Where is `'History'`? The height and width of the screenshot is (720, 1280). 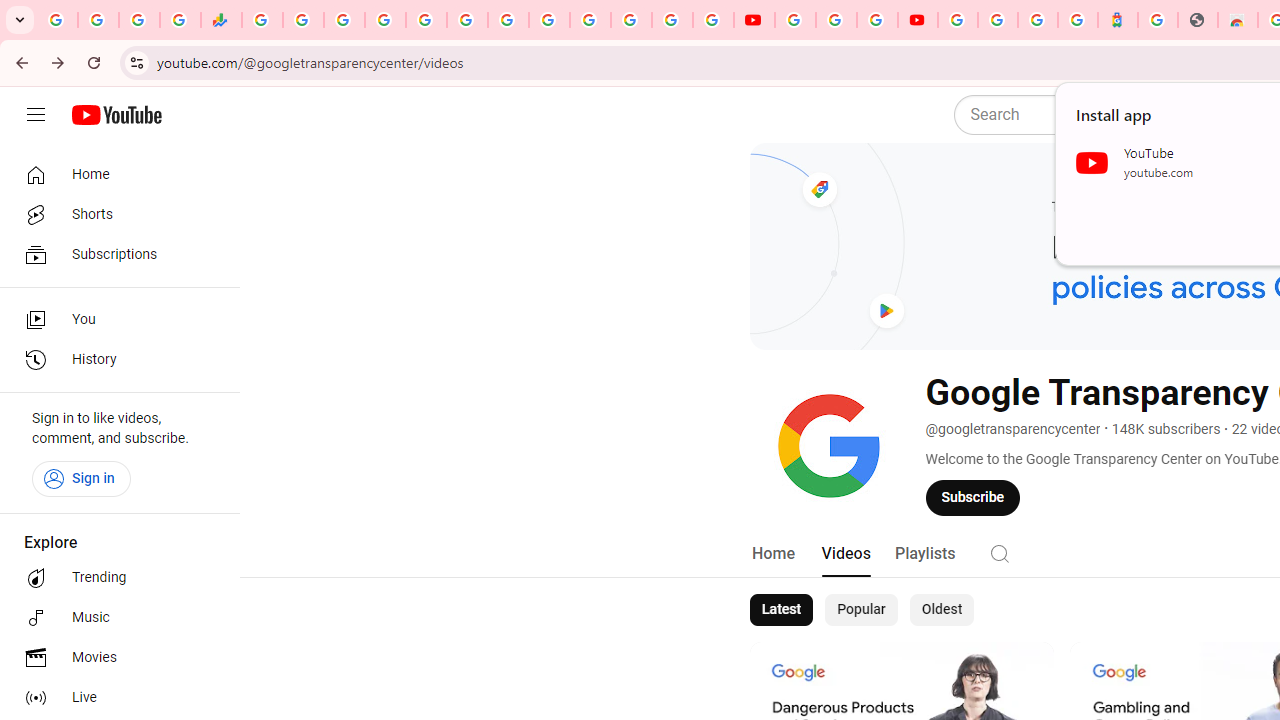
'History' is located at coordinates (112, 360).